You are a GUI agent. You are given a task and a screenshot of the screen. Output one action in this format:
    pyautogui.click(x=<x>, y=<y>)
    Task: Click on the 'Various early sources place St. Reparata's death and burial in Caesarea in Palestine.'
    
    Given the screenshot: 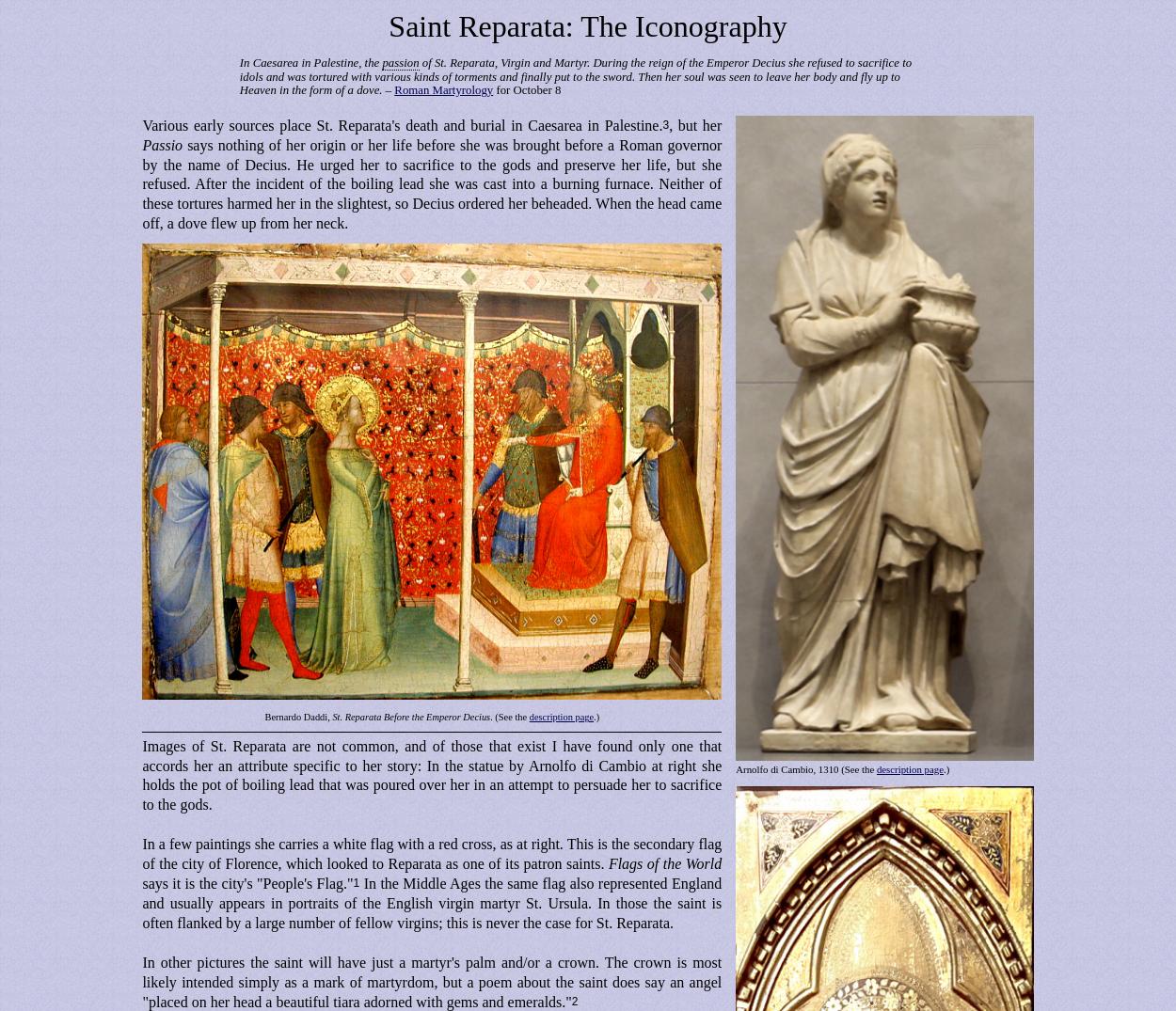 What is the action you would take?
    pyautogui.click(x=402, y=123)
    